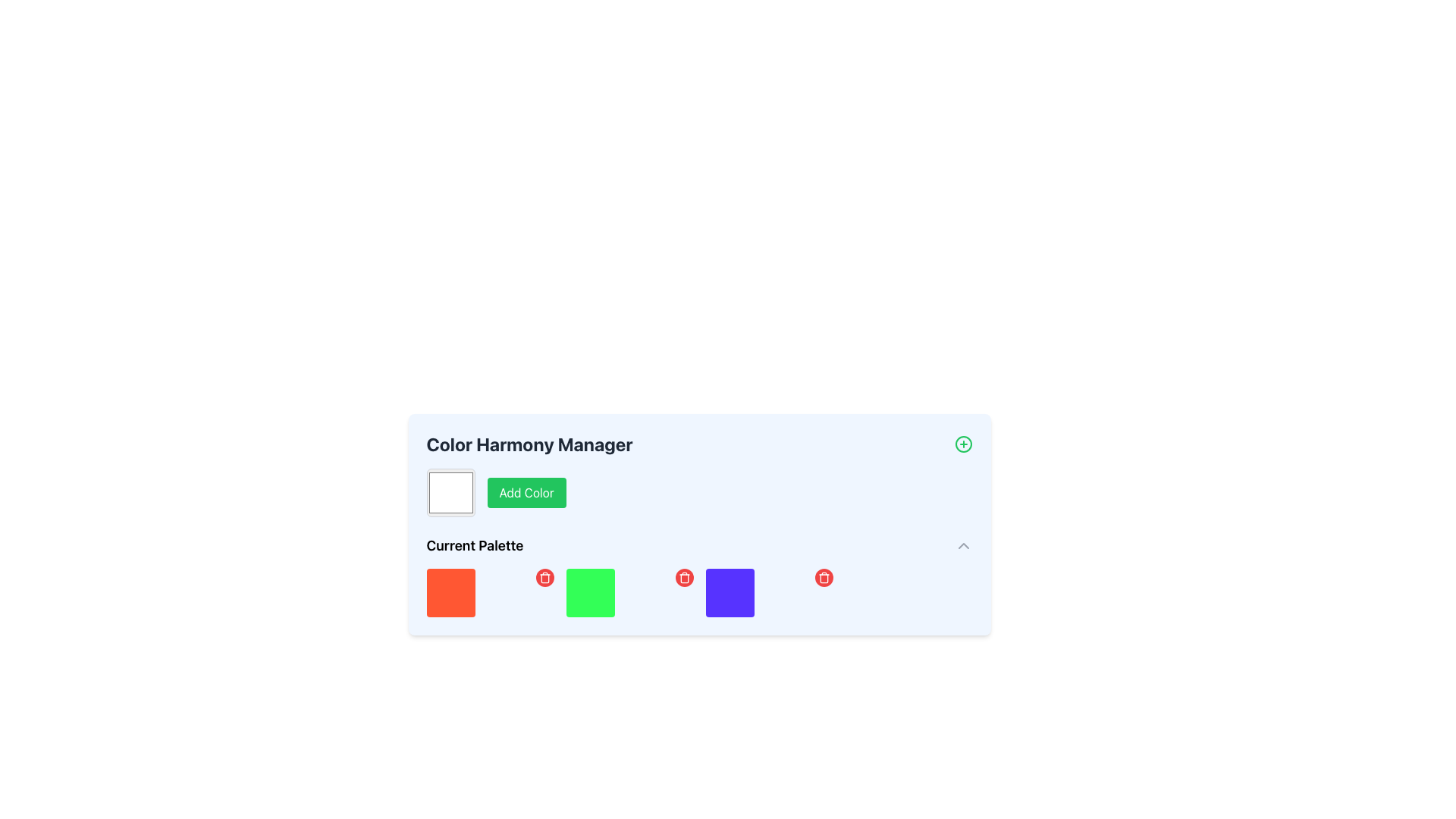 The height and width of the screenshot is (819, 1456). Describe the element at coordinates (962, 444) in the screenshot. I see `the interactive button located at the top-right corner of the 'Color Harmony Manager' section` at that location.